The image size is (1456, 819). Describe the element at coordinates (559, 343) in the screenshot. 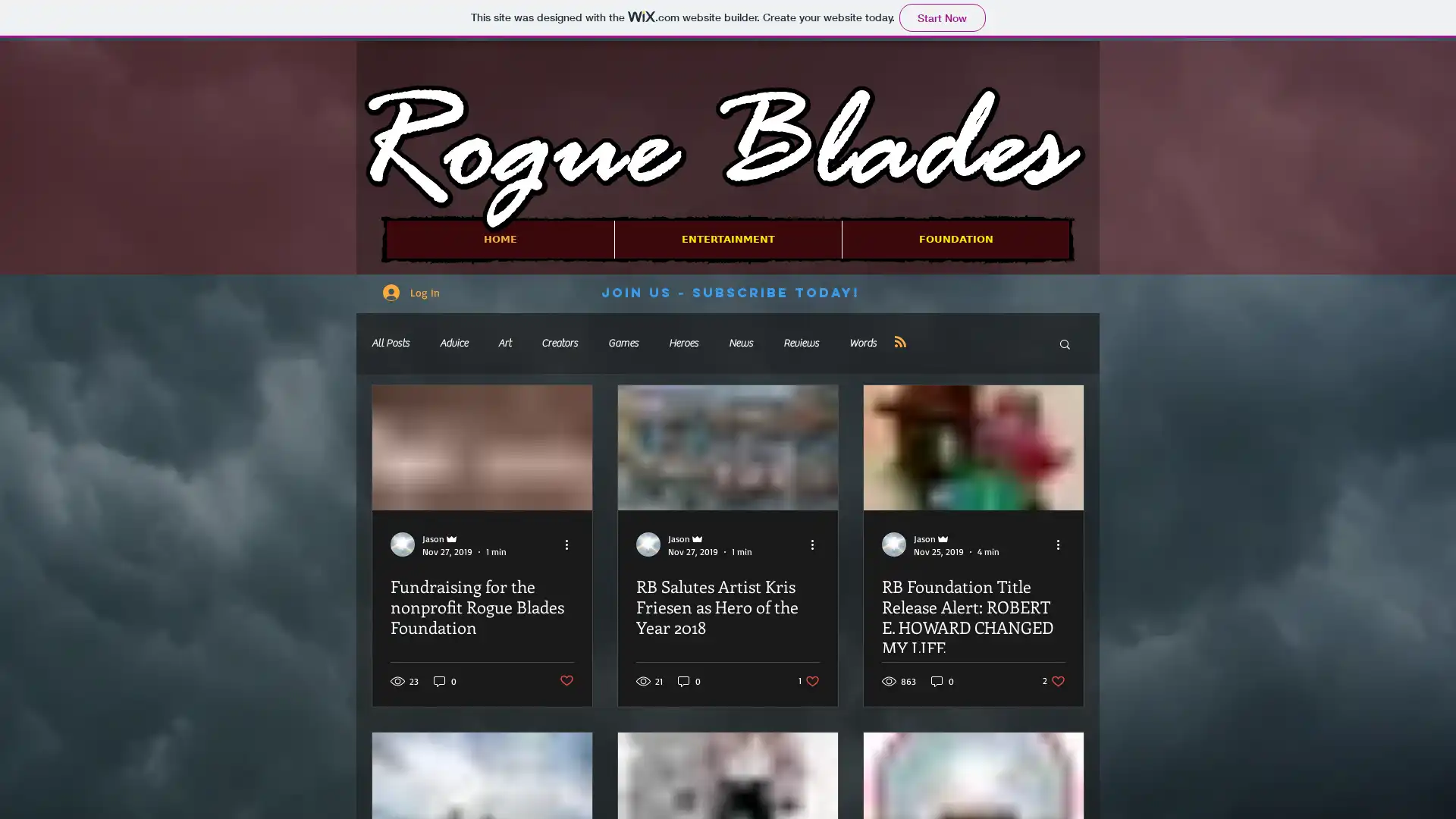

I see `Creators` at that location.